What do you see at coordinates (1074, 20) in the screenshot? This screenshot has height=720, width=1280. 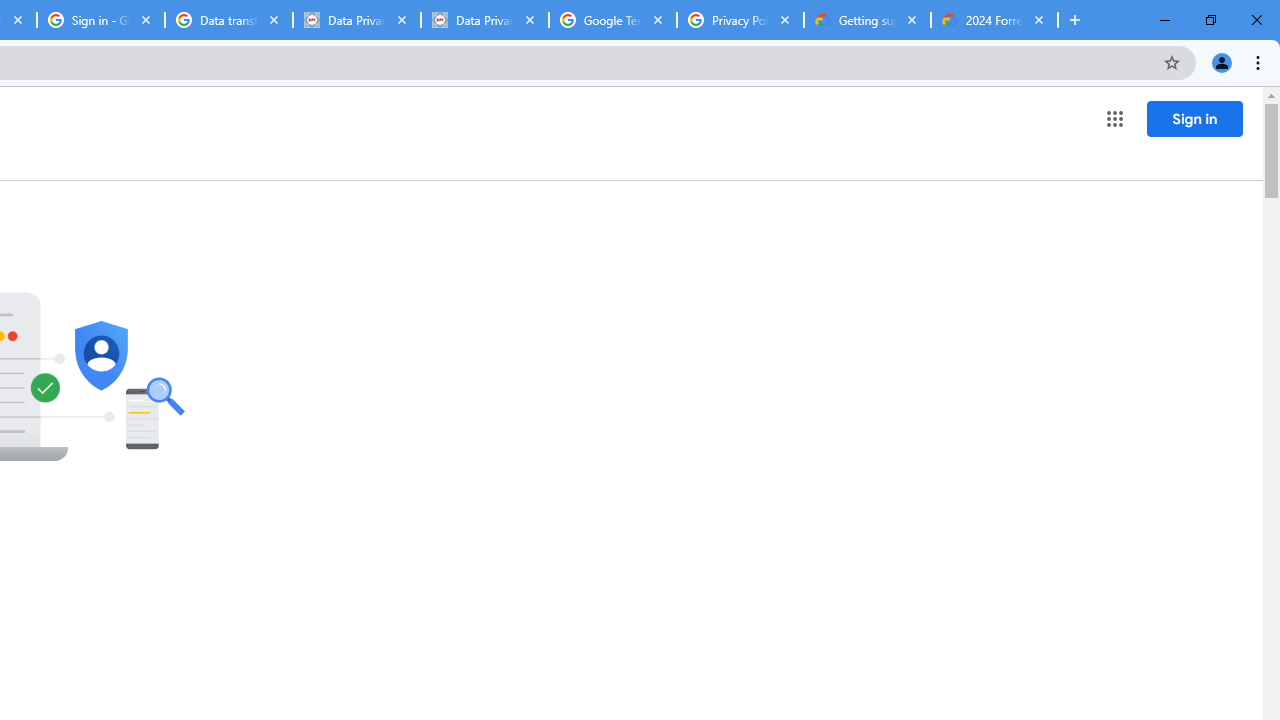 I see `'New Tab'` at bounding box center [1074, 20].